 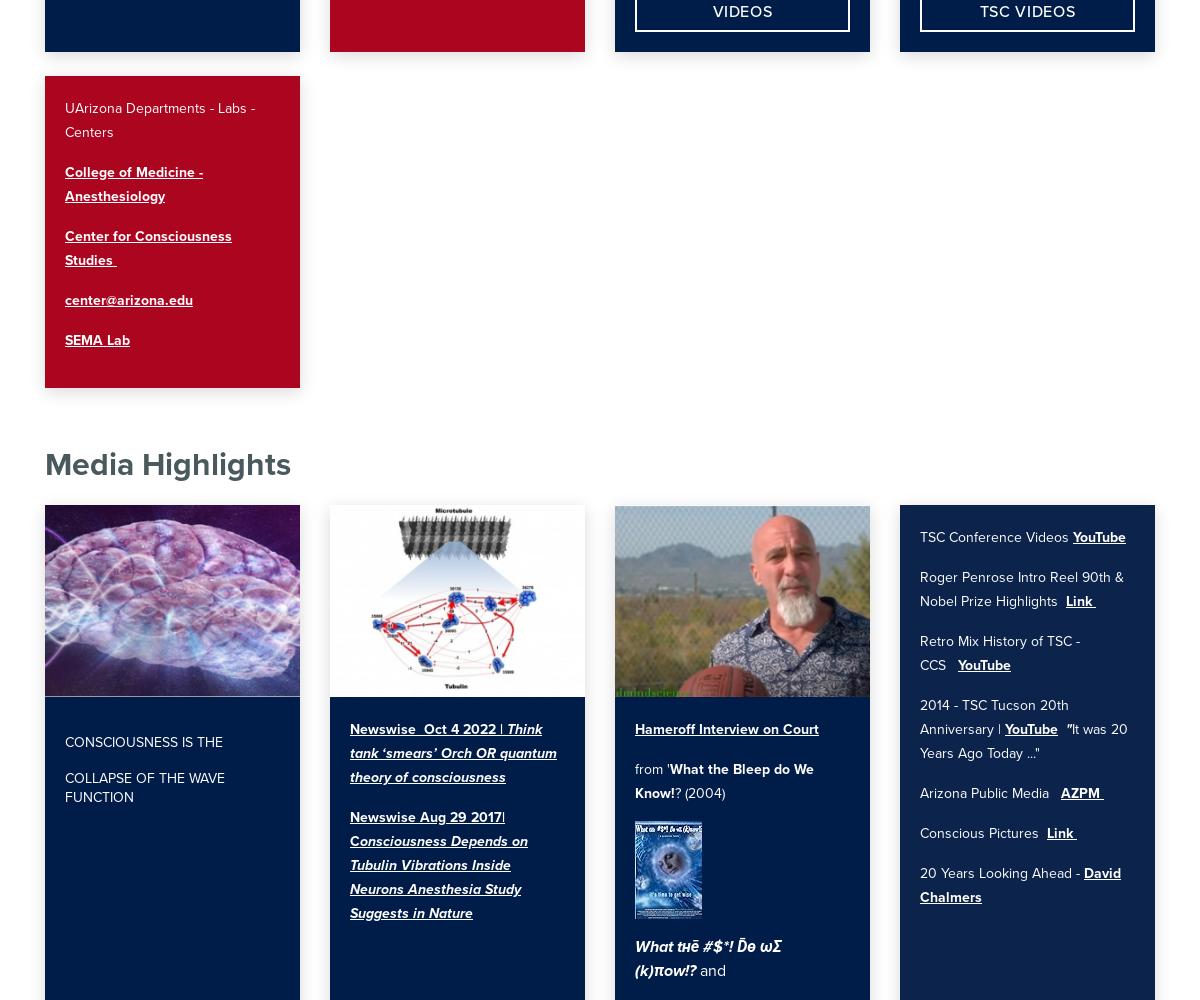 I want to click on 'center@arizona.edu', so click(x=129, y=300).